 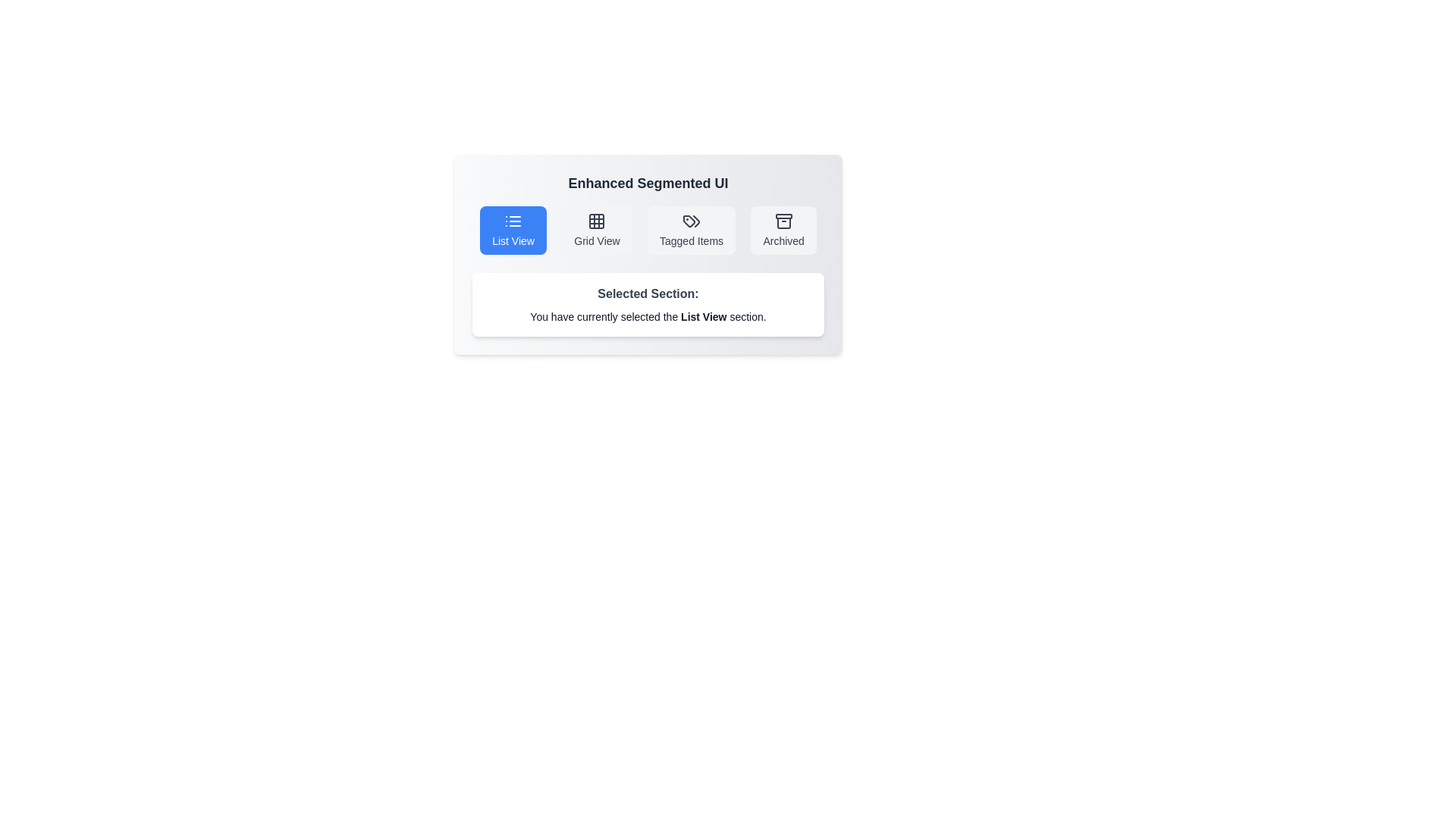 I want to click on the 'List View' icon, which is centrally located above the label text 'List View' in the first segment of the segmented UI component, so click(x=513, y=221).